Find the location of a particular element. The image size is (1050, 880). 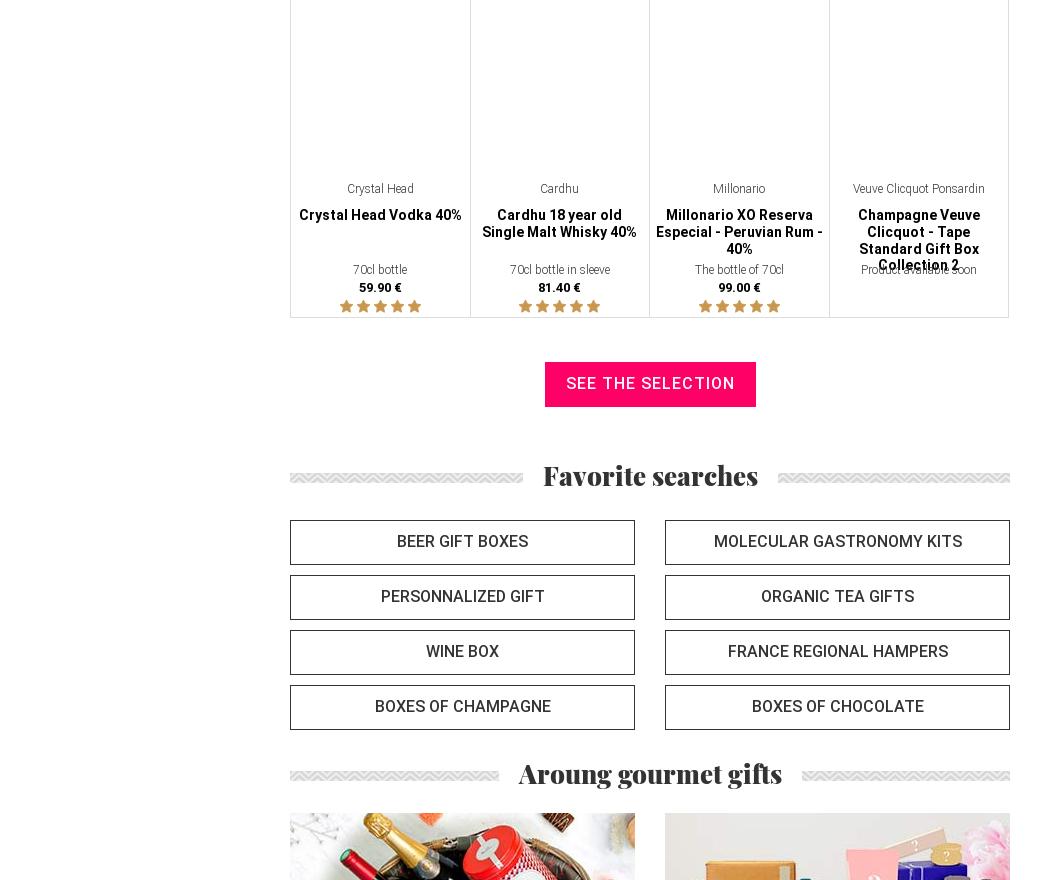

'70cl bottle in sleeve' is located at coordinates (559, 269).